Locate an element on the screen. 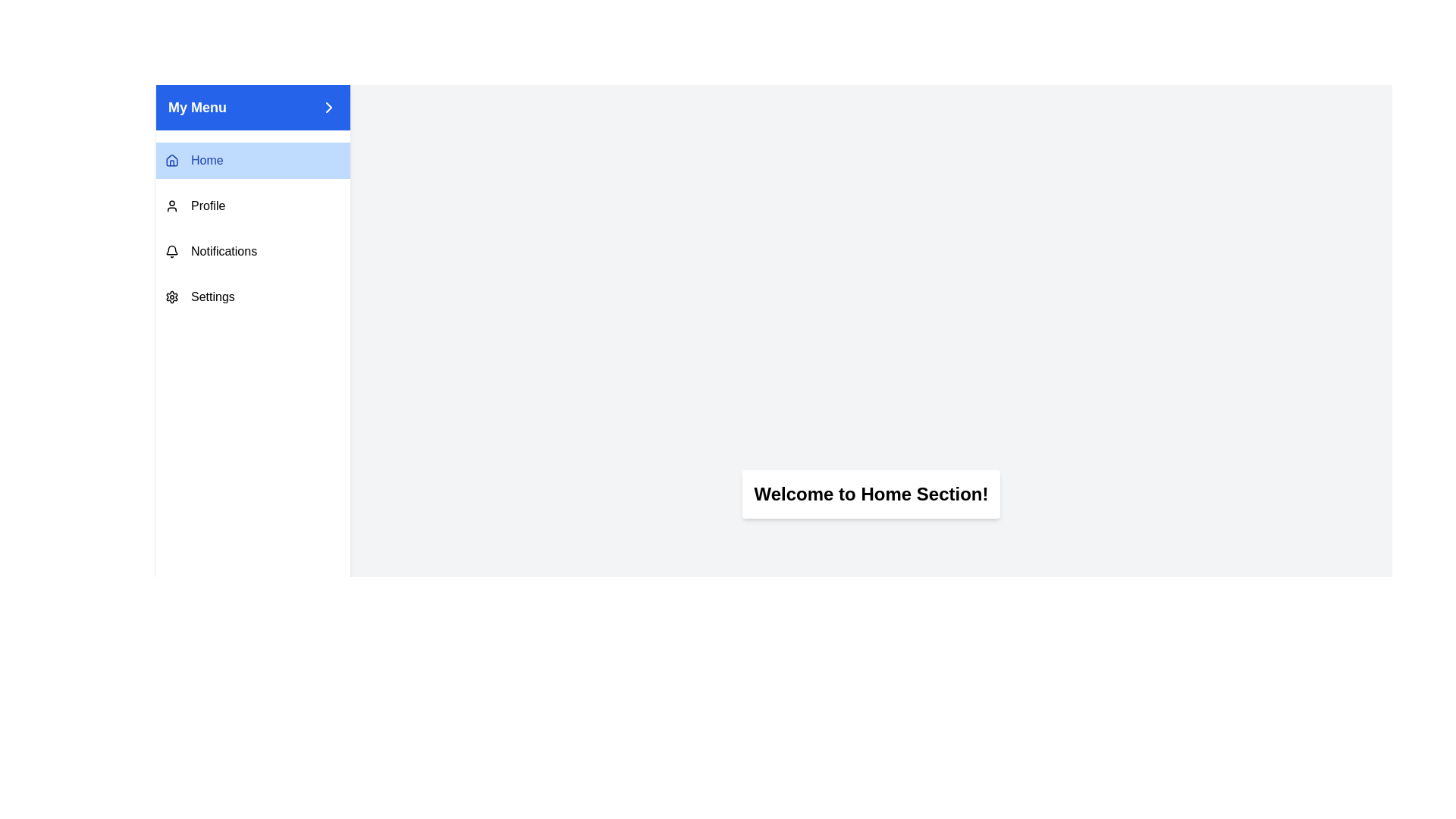 This screenshot has width=1456, height=819. the third item in the 'My Menu' vertical list, which is the 'Notifications' menu option is located at coordinates (253, 250).